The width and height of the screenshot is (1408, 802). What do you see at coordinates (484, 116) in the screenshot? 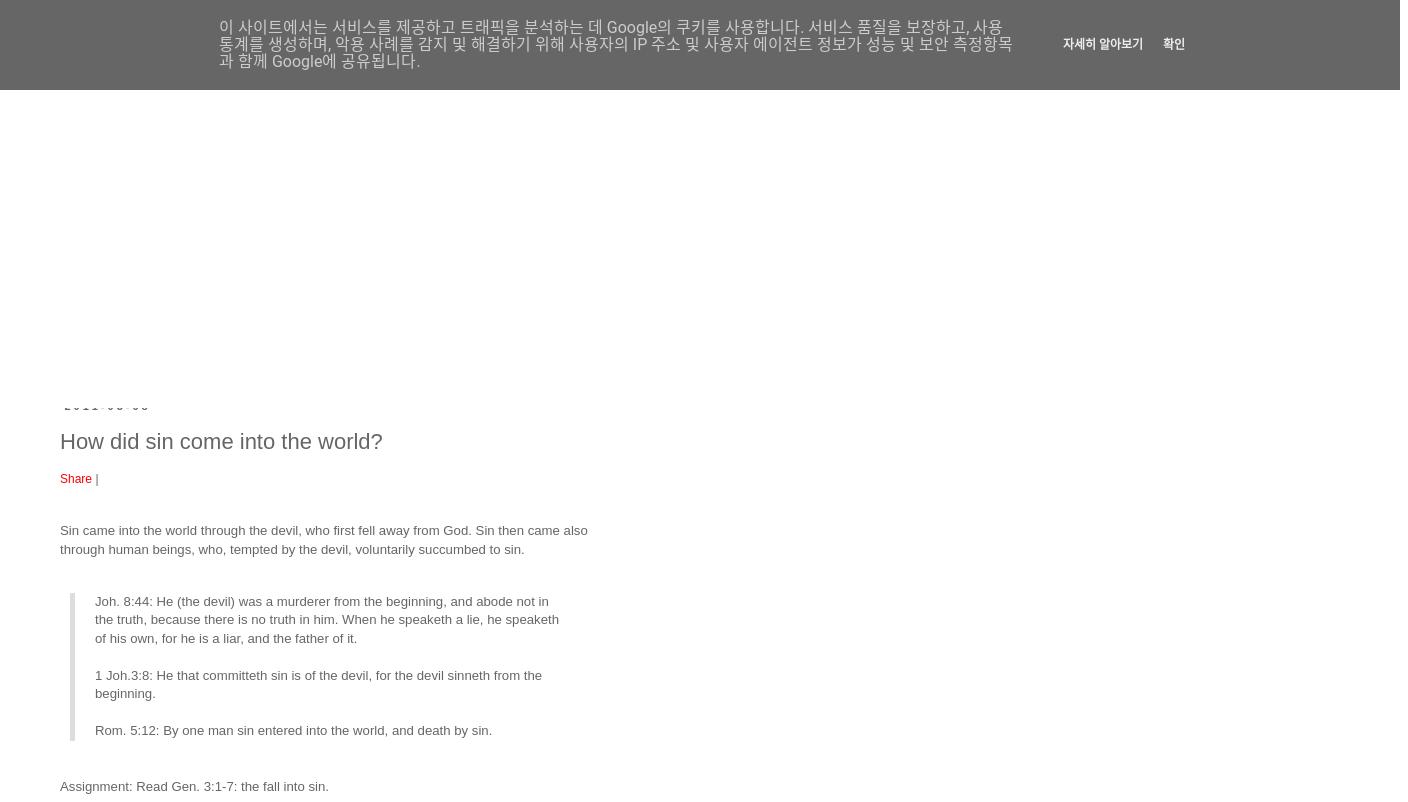
I see `'A Study Of Christian Doctrine'` at bounding box center [484, 116].